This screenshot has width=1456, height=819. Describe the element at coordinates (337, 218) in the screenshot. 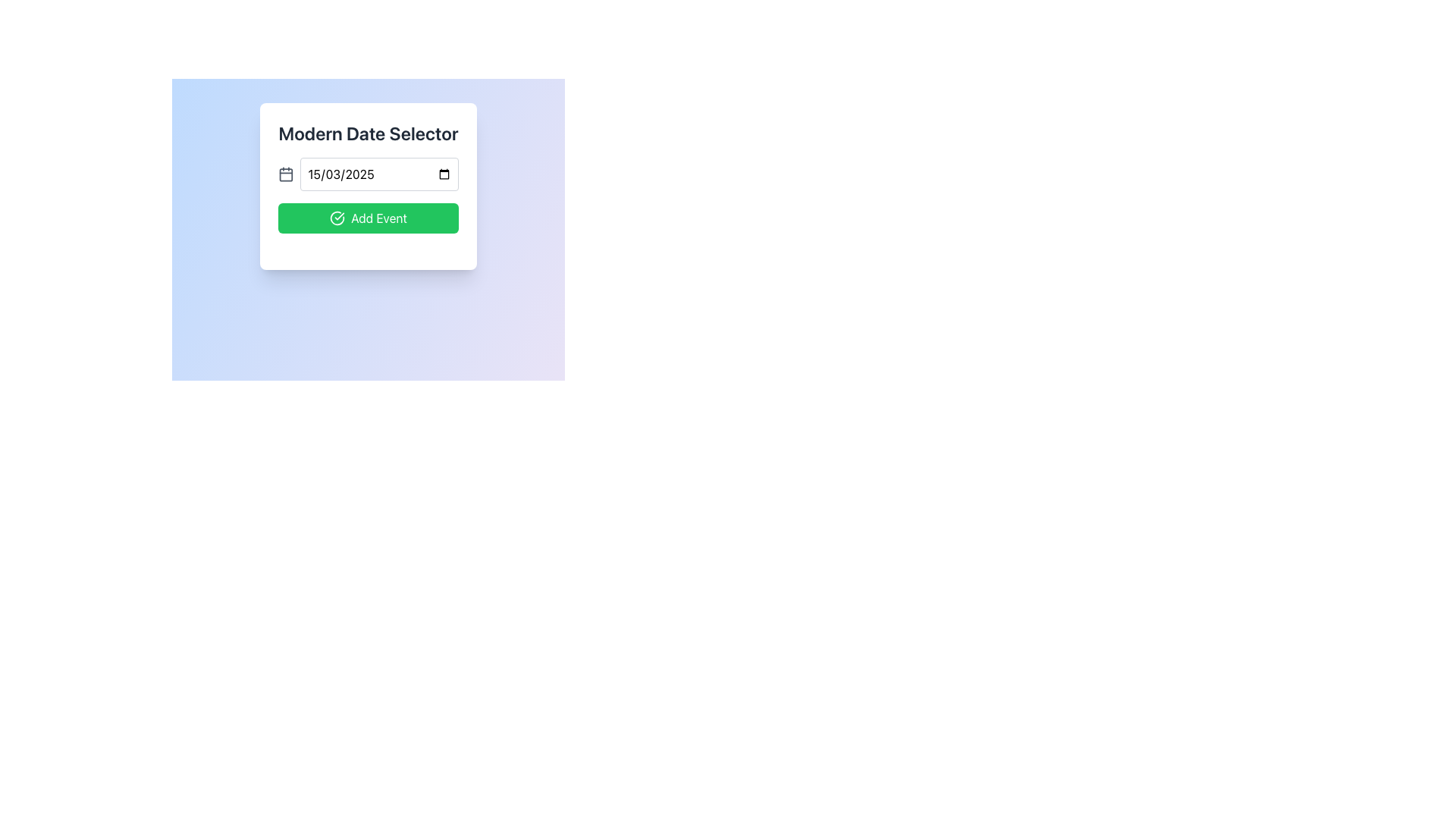

I see `the circular icon with a checkmark located inside the green button labeled 'Add Event' at the bottom center of the card` at that location.